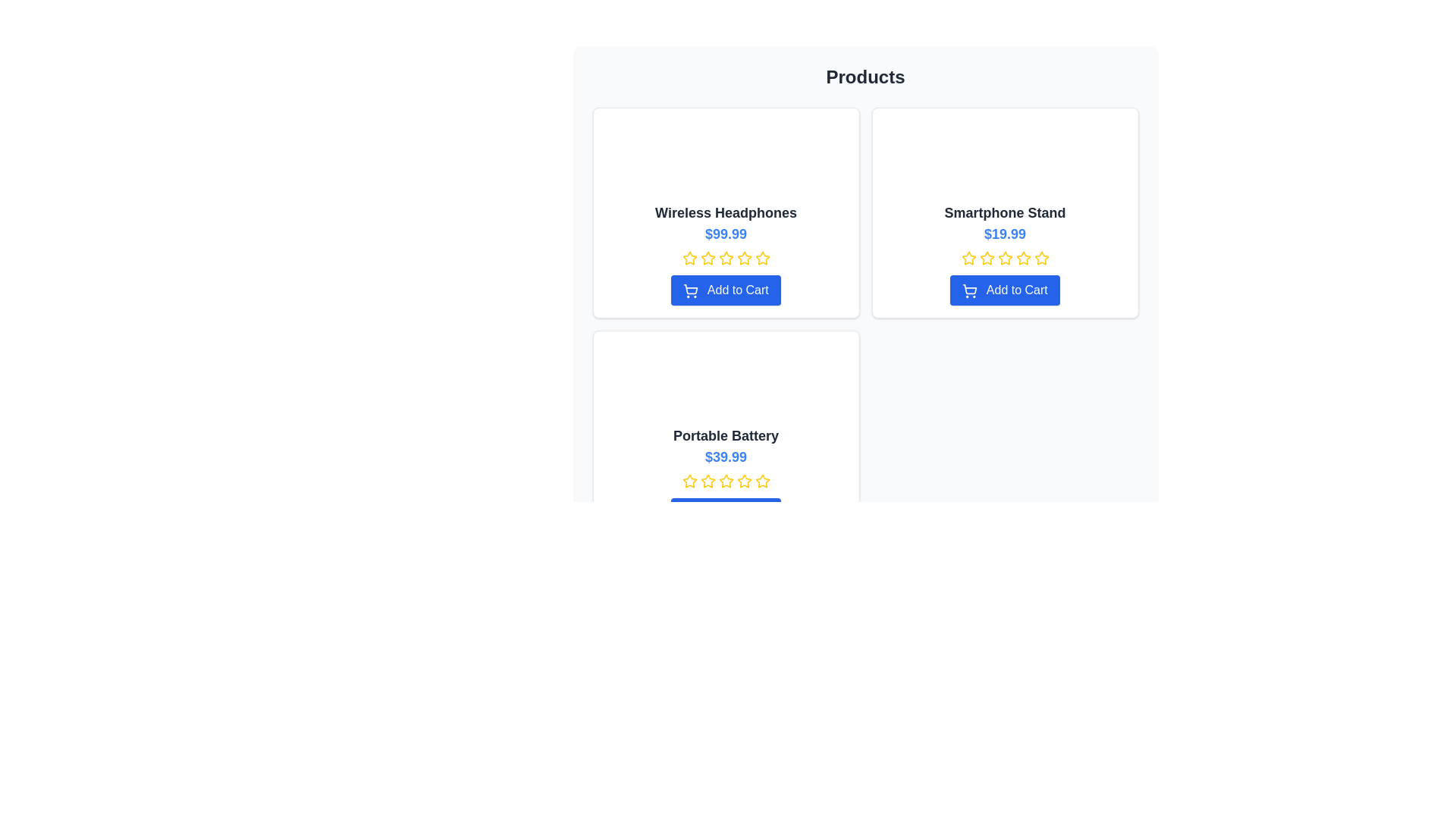 The width and height of the screenshot is (1456, 819). What do you see at coordinates (725, 482) in the screenshot?
I see `the third star in the Interactive Rating Star element located in the product card for 'Portable Battery', positioned below the price label '$39.99' and above the 'Add to Cart' button to give a rating` at bounding box center [725, 482].